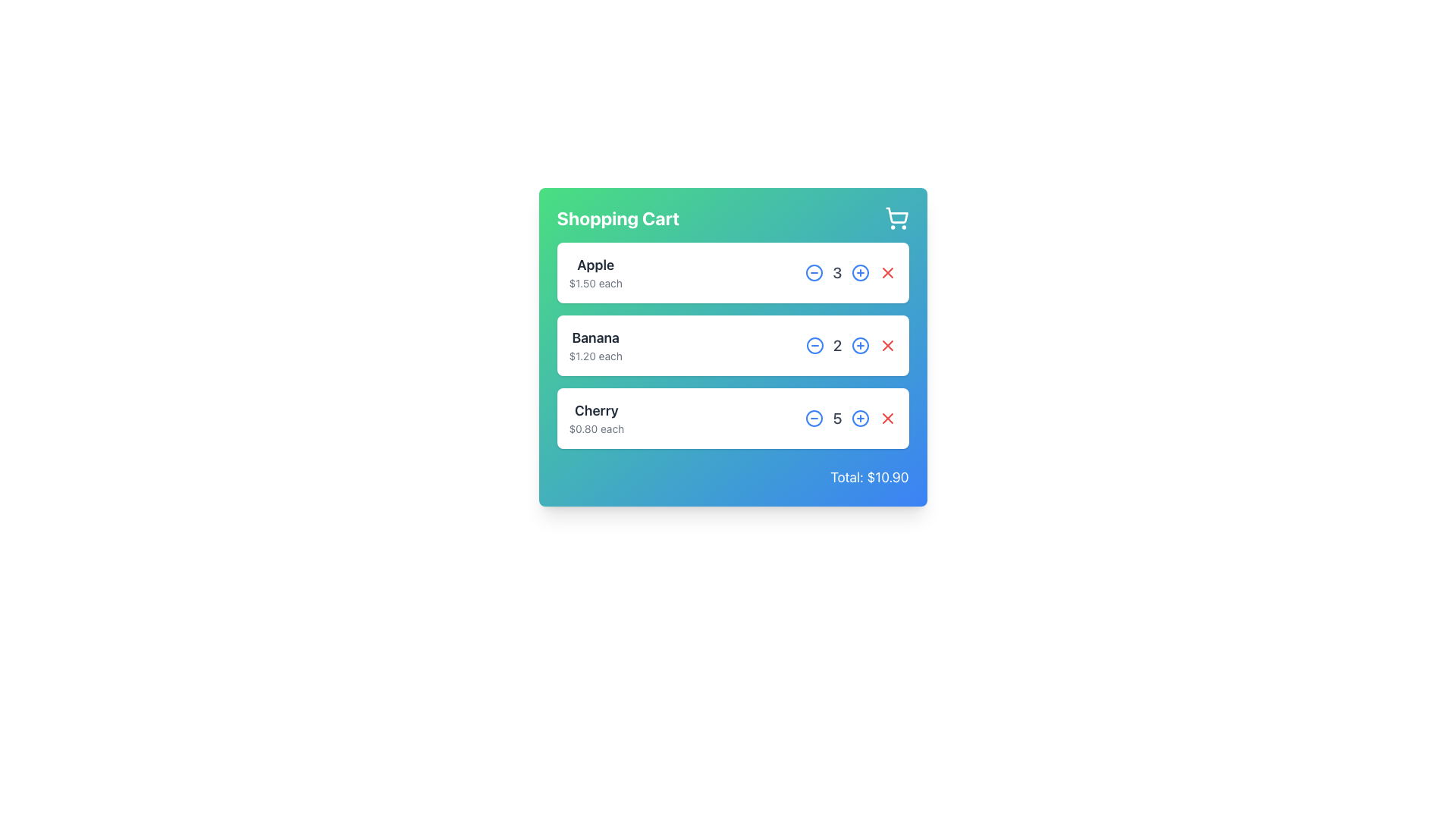  I want to click on the button at the rightmost end of the 'Banana' item row in the shopping list interface, so click(887, 345).